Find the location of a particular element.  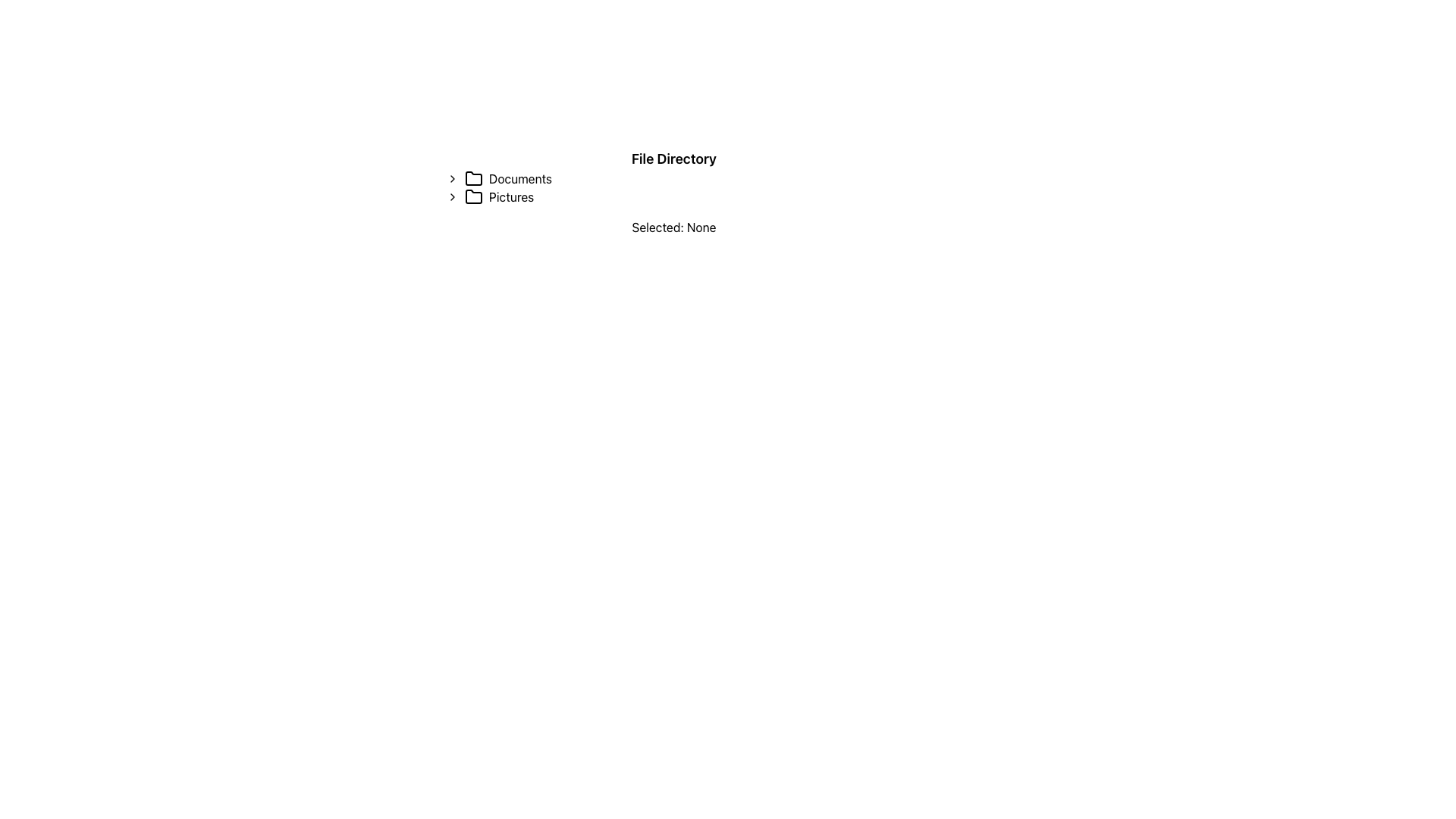

the folder icon representing 'Pictures' in the file directory is located at coordinates (472, 196).